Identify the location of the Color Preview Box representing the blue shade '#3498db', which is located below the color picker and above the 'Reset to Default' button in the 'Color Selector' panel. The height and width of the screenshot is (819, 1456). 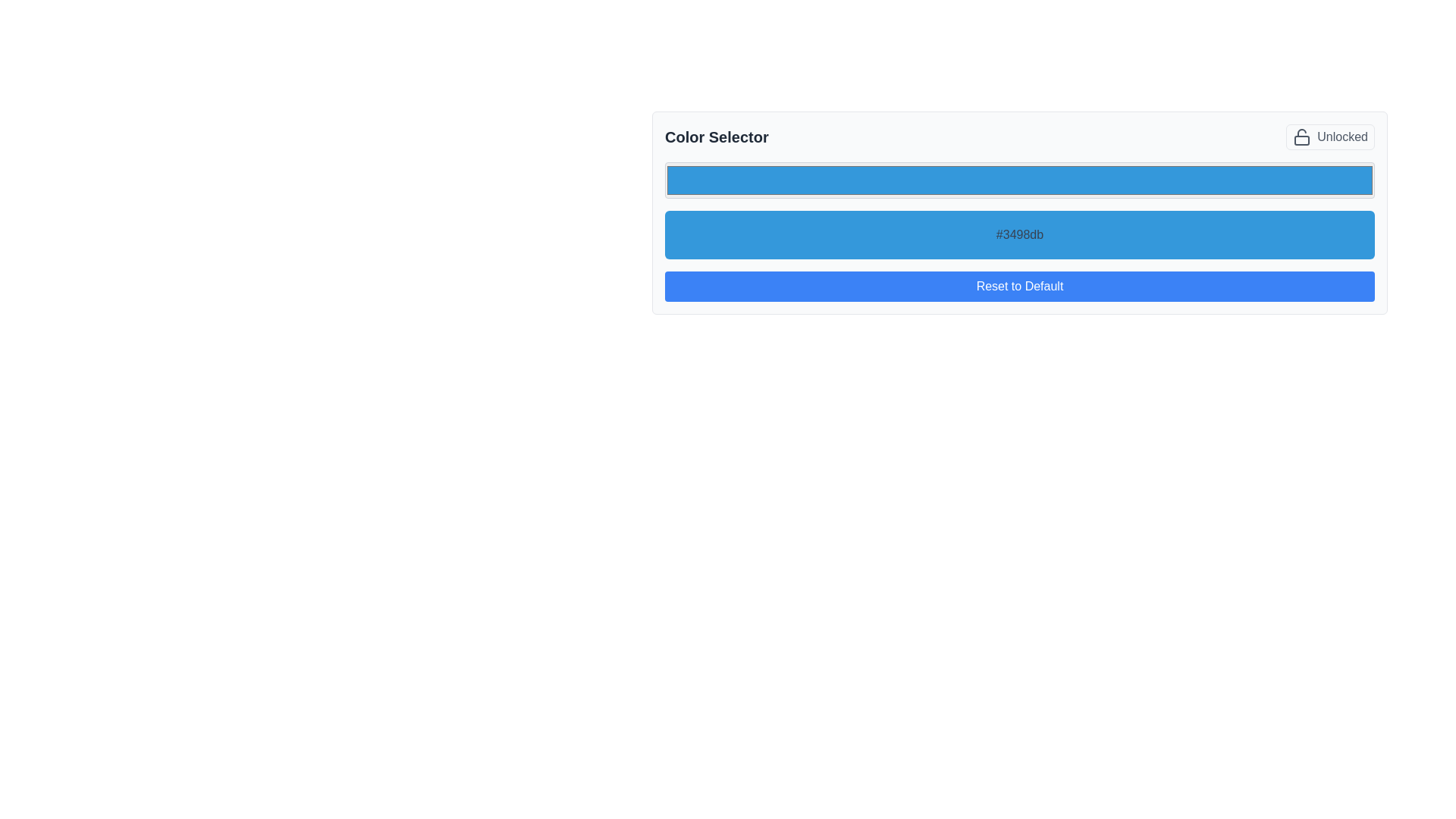
(1019, 234).